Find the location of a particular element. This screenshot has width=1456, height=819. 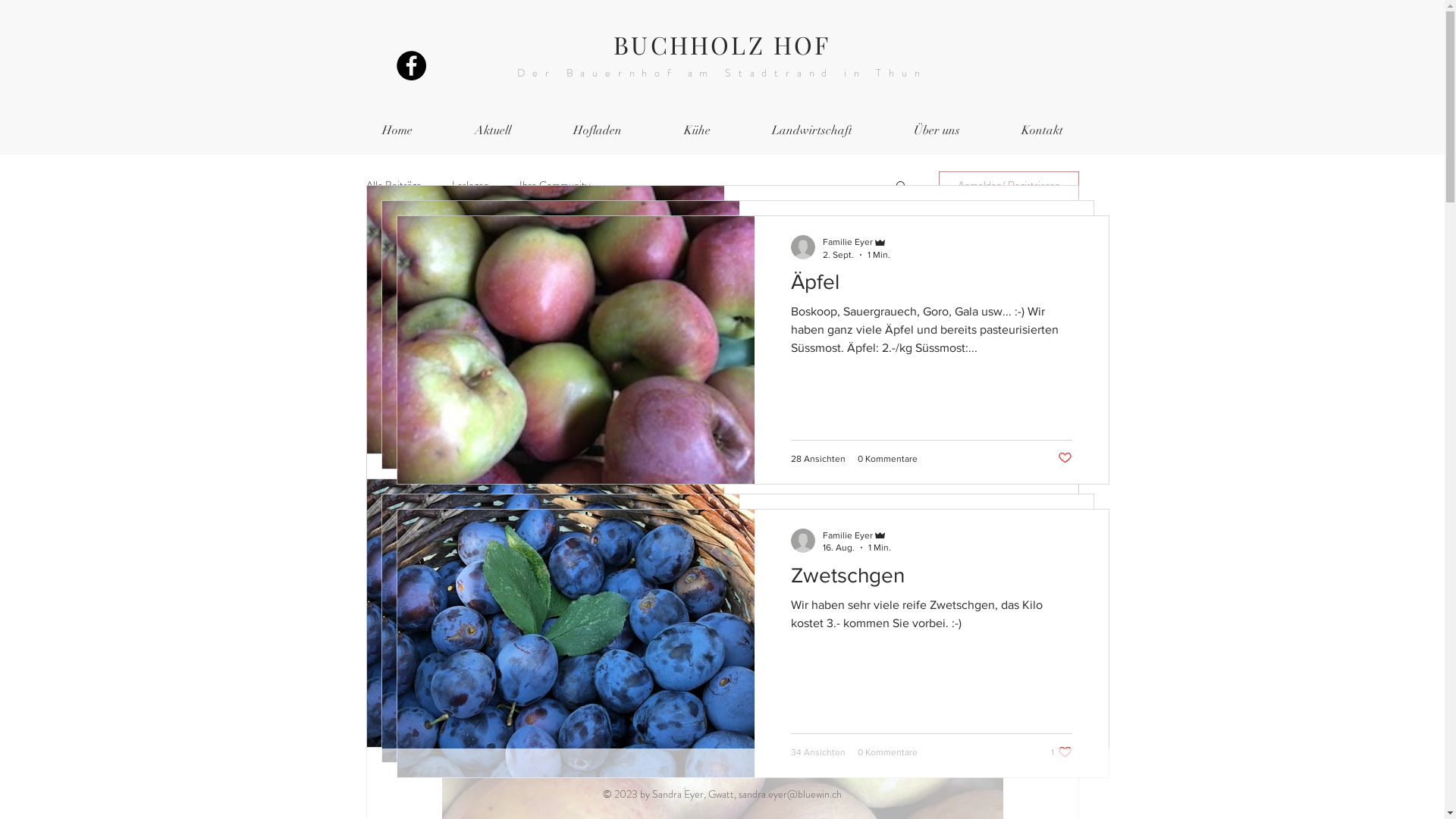

'Home' is located at coordinates (349, 130).